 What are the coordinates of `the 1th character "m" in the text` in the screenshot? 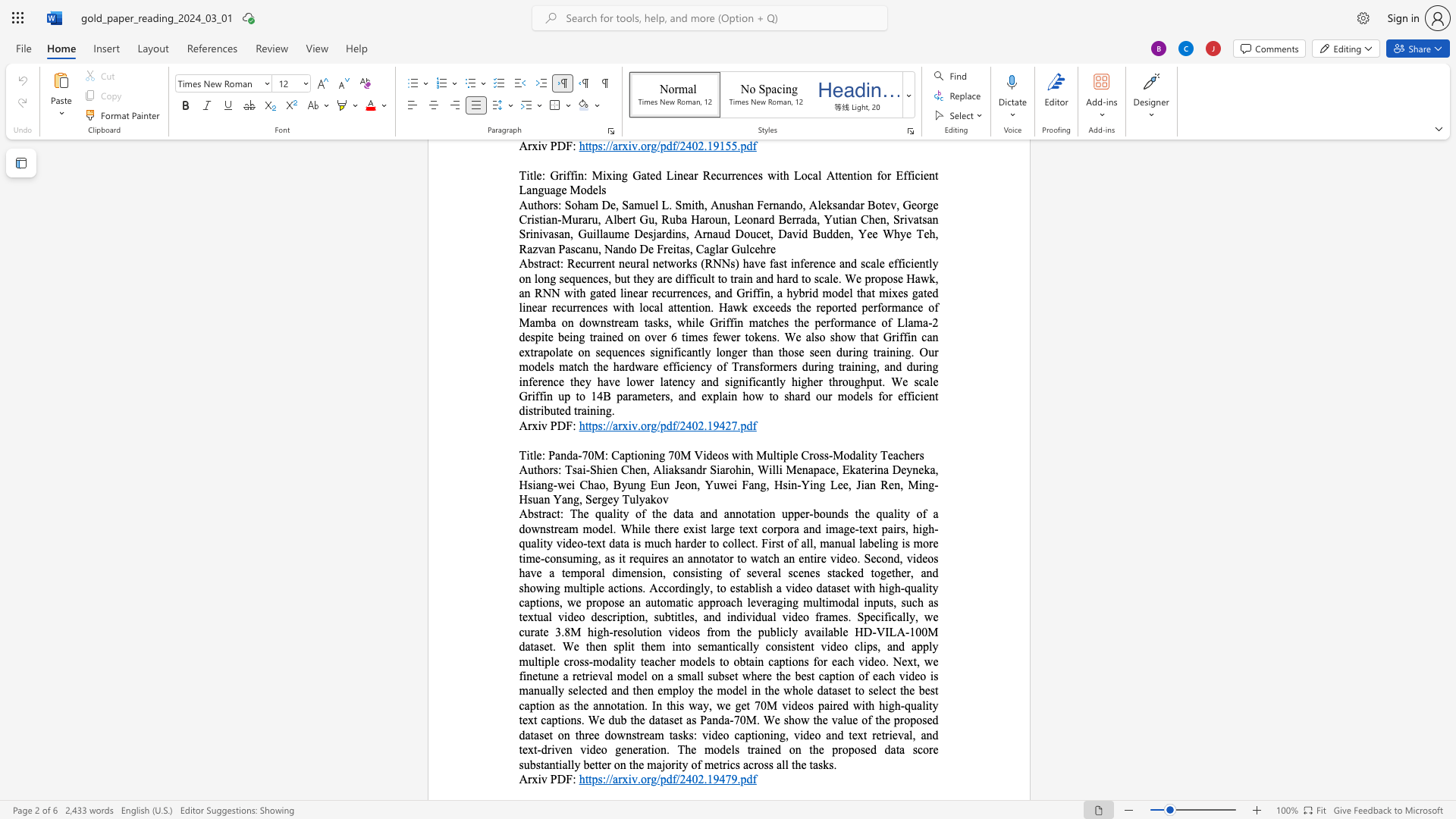 It's located at (659, 734).